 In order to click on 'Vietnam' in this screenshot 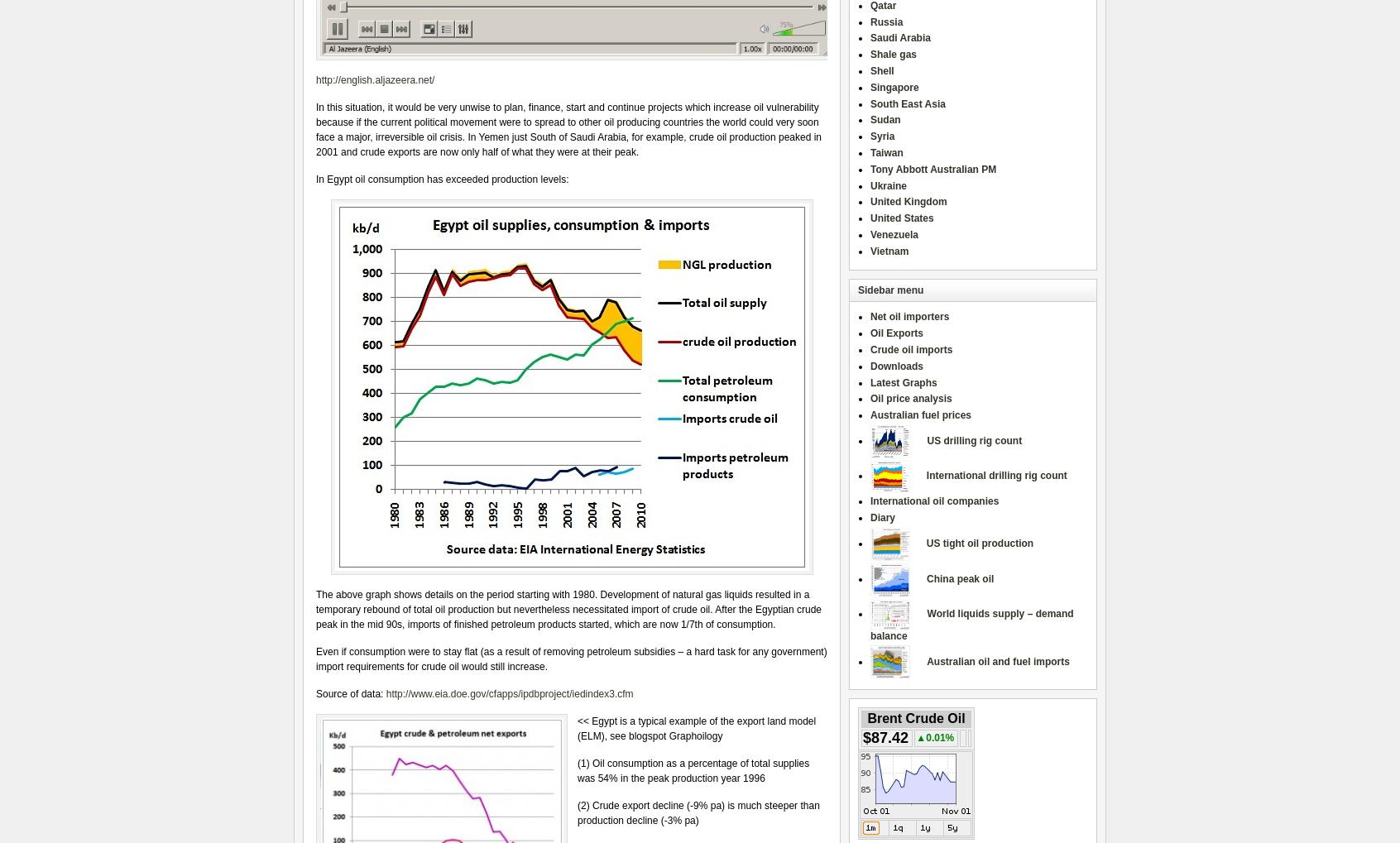, I will do `click(889, 250)`.